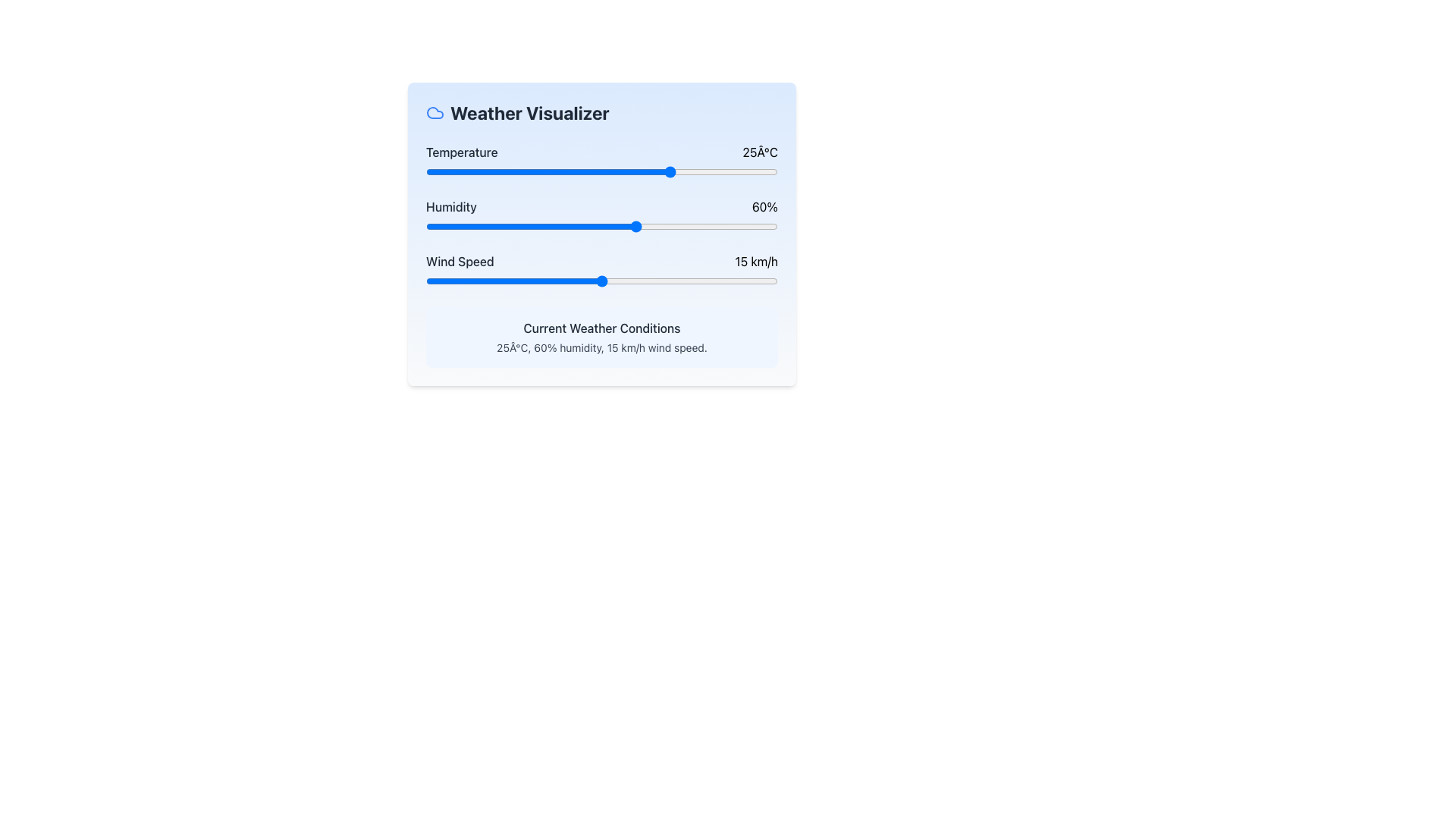 The image size is (1456, 819). Describe the element at coordinates (437, 281) in the screenshot. I see `wind speed` at that location.